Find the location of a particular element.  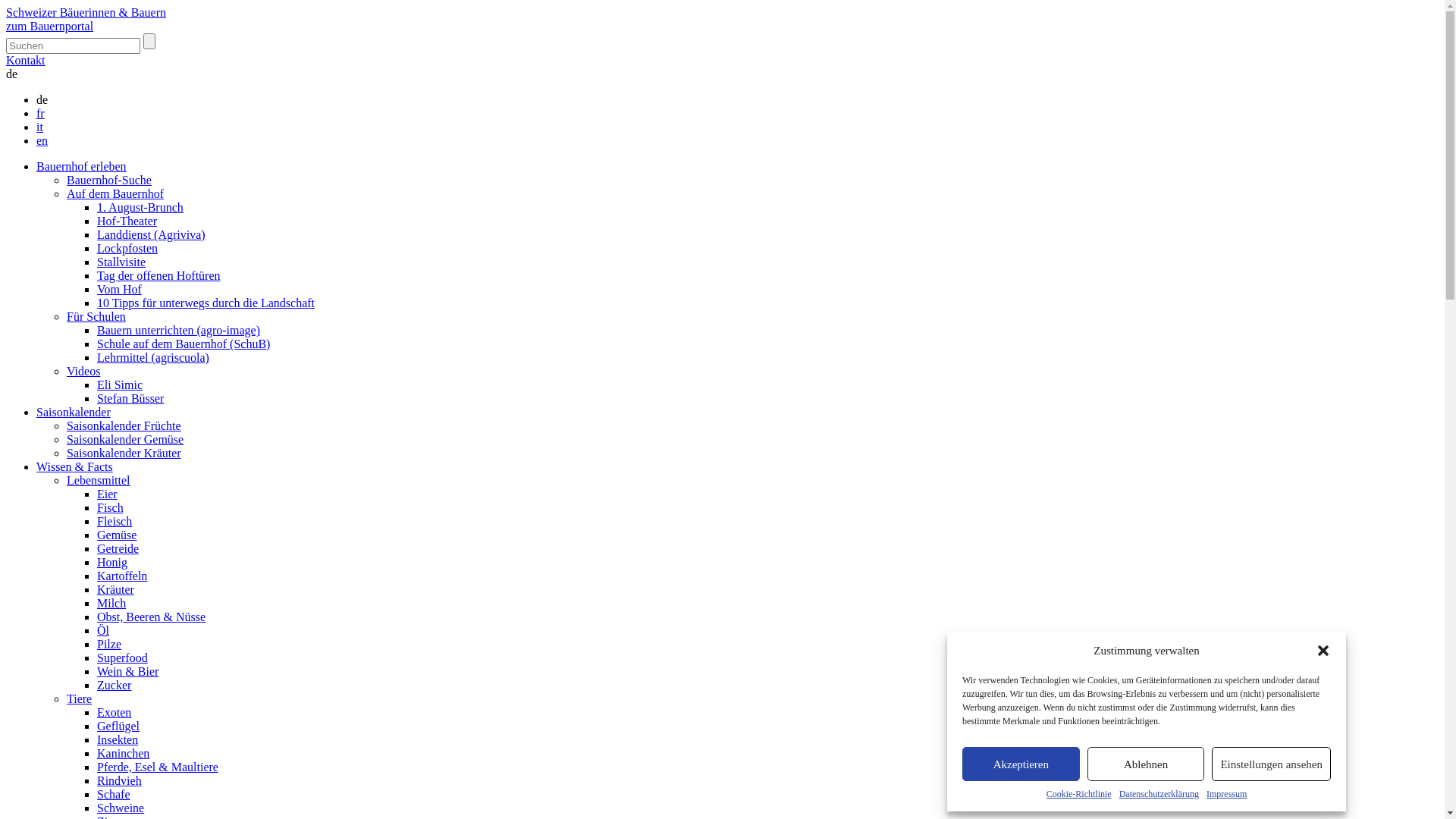

'Eier' is located at coordinates (106, 494).